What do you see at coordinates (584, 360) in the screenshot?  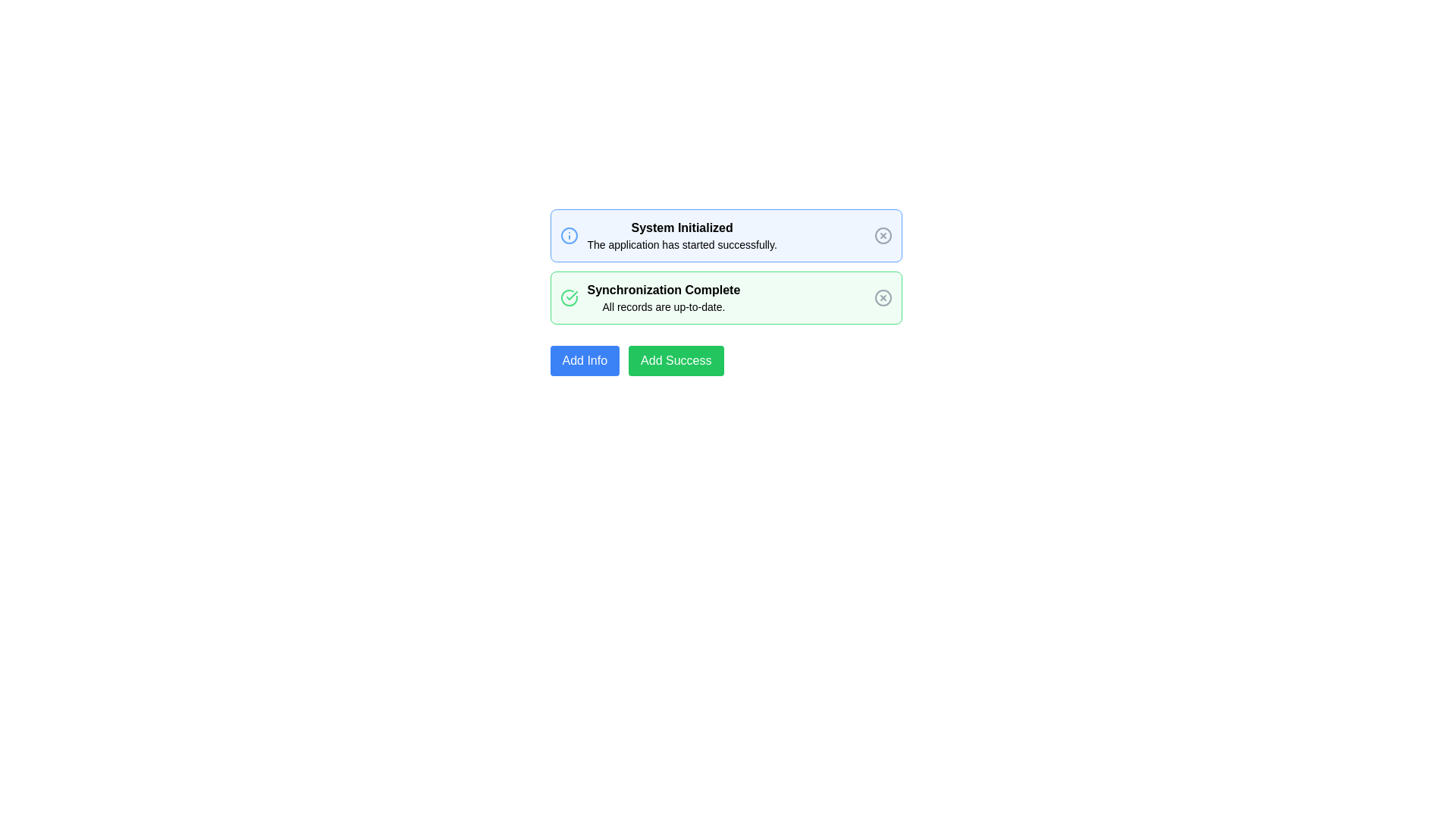 I see `the leftmost button located underneath two notification sections` at bounding box center [584, 360].